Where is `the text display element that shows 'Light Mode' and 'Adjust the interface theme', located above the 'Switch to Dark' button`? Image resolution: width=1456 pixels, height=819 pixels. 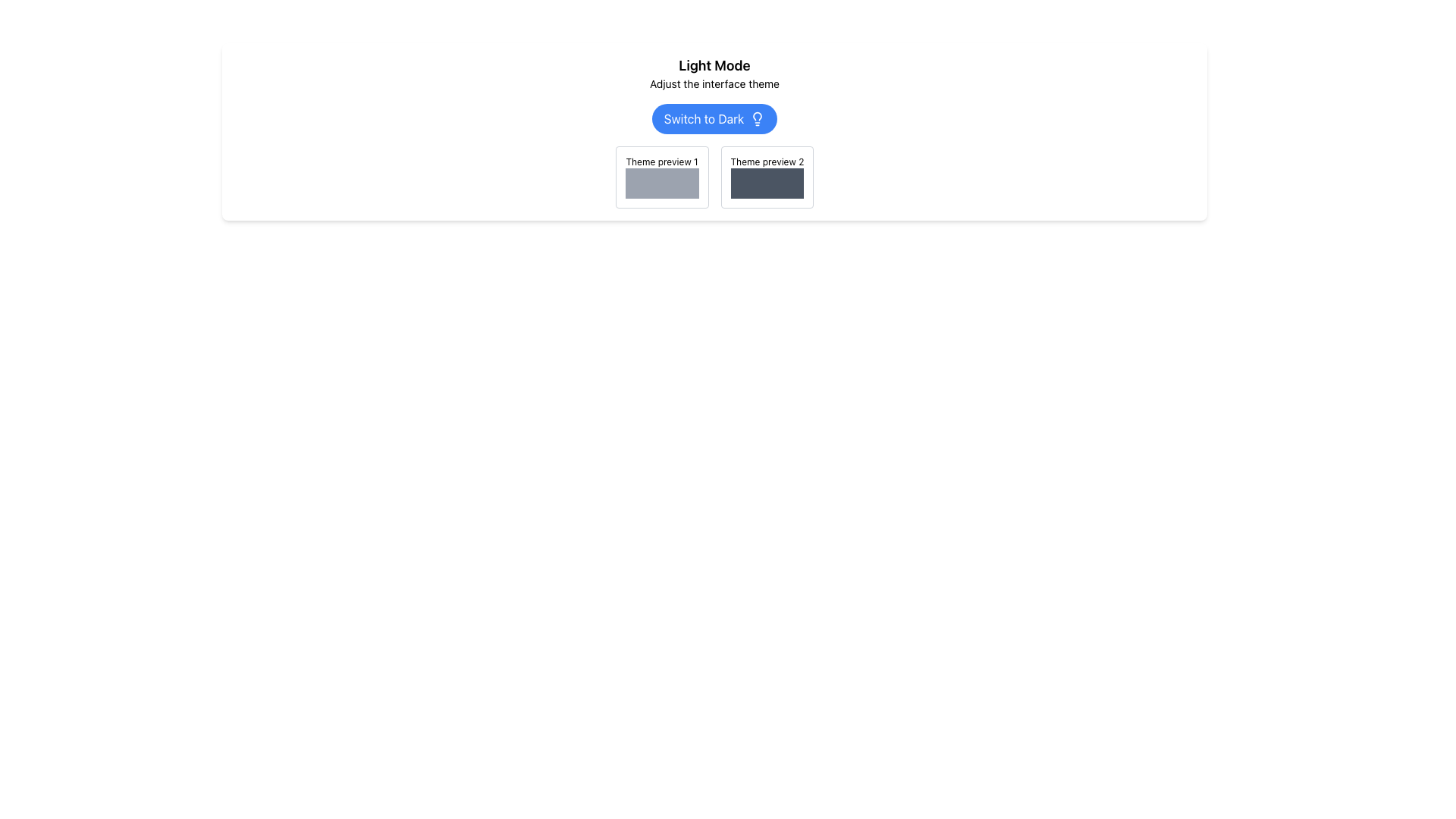
the text display element that shows 'Light Mode' and 'Adjust the interface theme', located above the 'Switch to Dark' button is located at coordinates (714, 73).